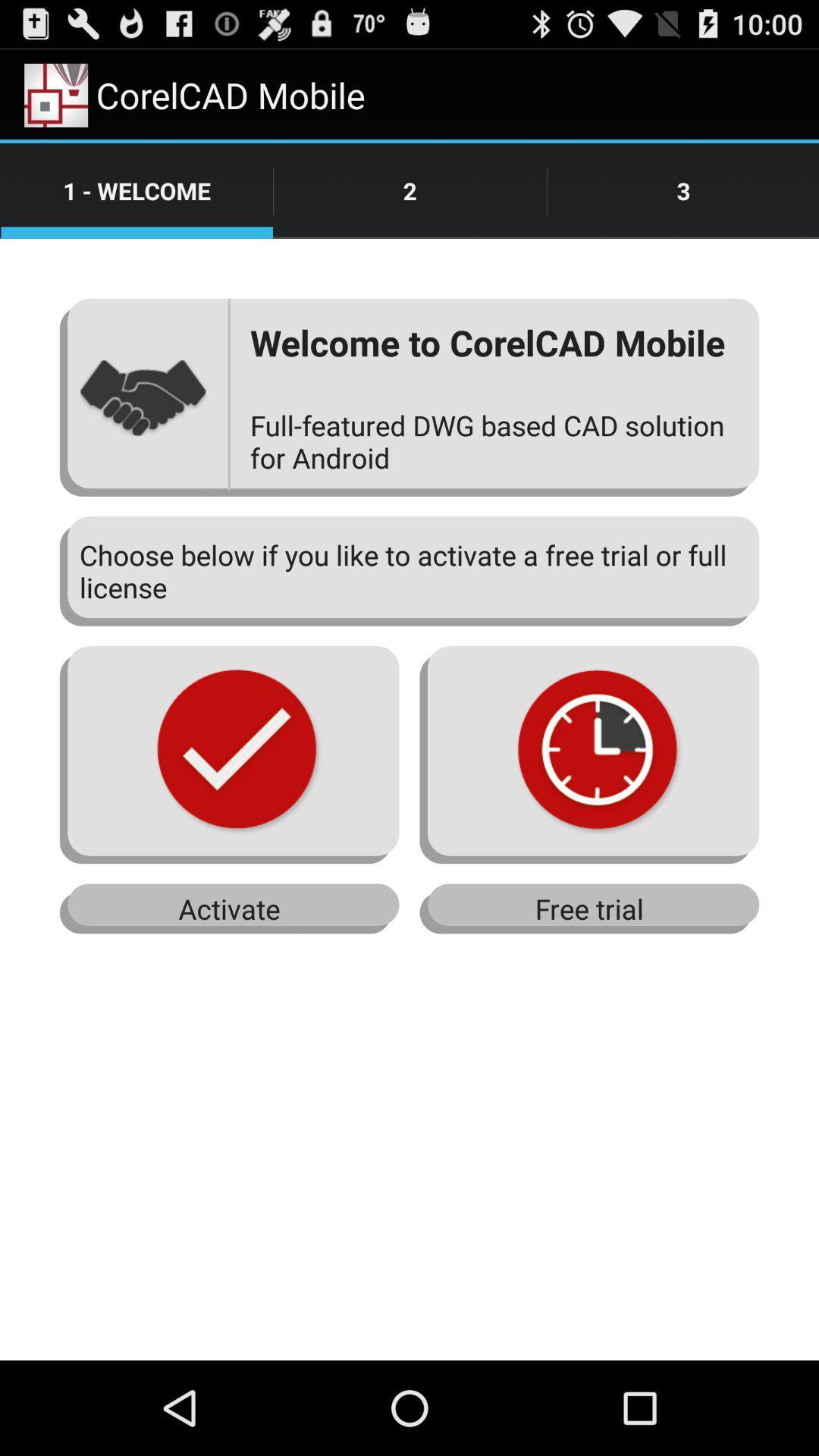 Image resolution: width=819 pixels, height=1456 pixels. I want to click on the icon beside coralcad mobile, so click(55, 94).